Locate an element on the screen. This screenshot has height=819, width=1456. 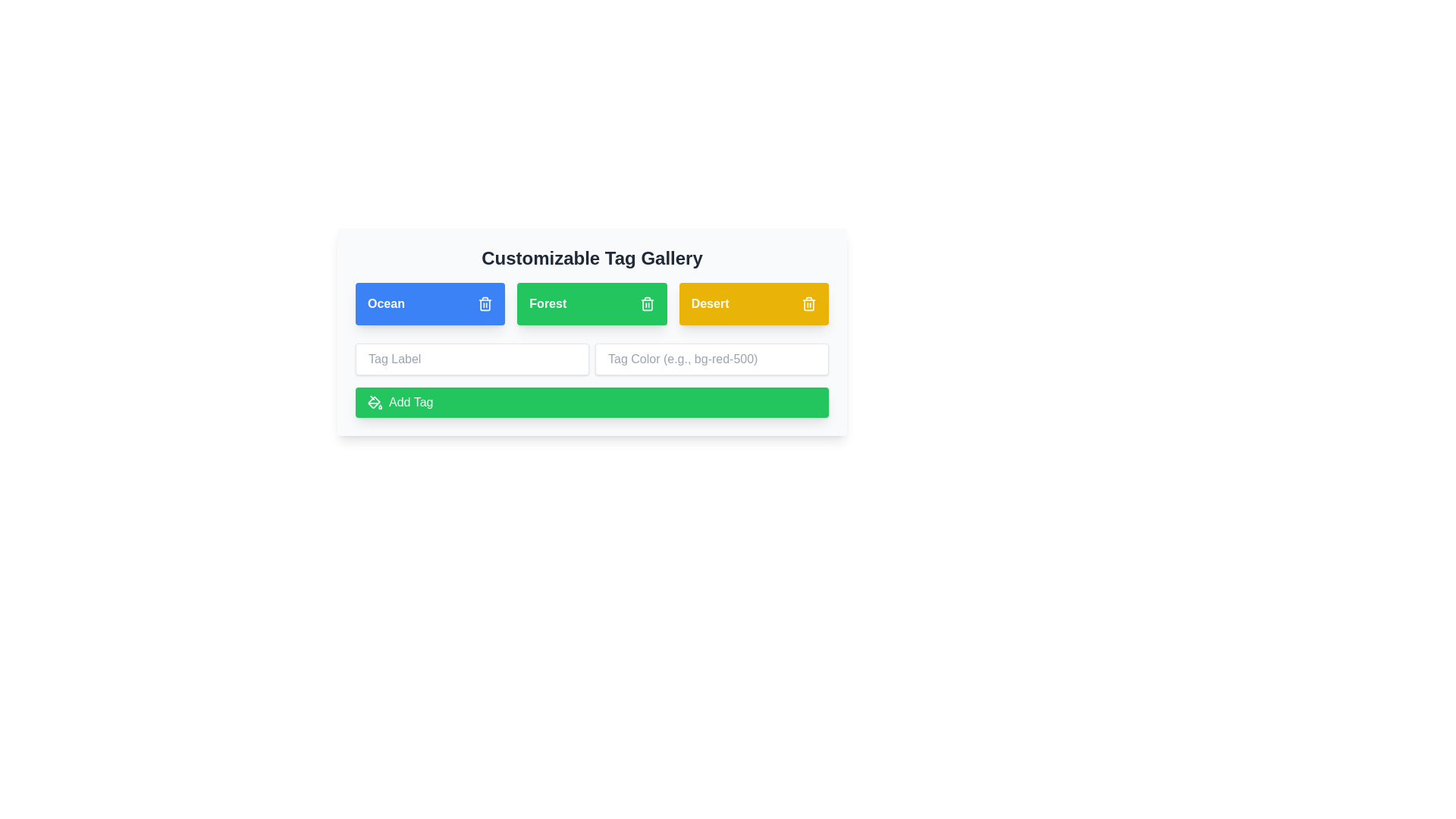
the 'Add Tag' button to add a new tag to the list is located at coordinates (591, 402).